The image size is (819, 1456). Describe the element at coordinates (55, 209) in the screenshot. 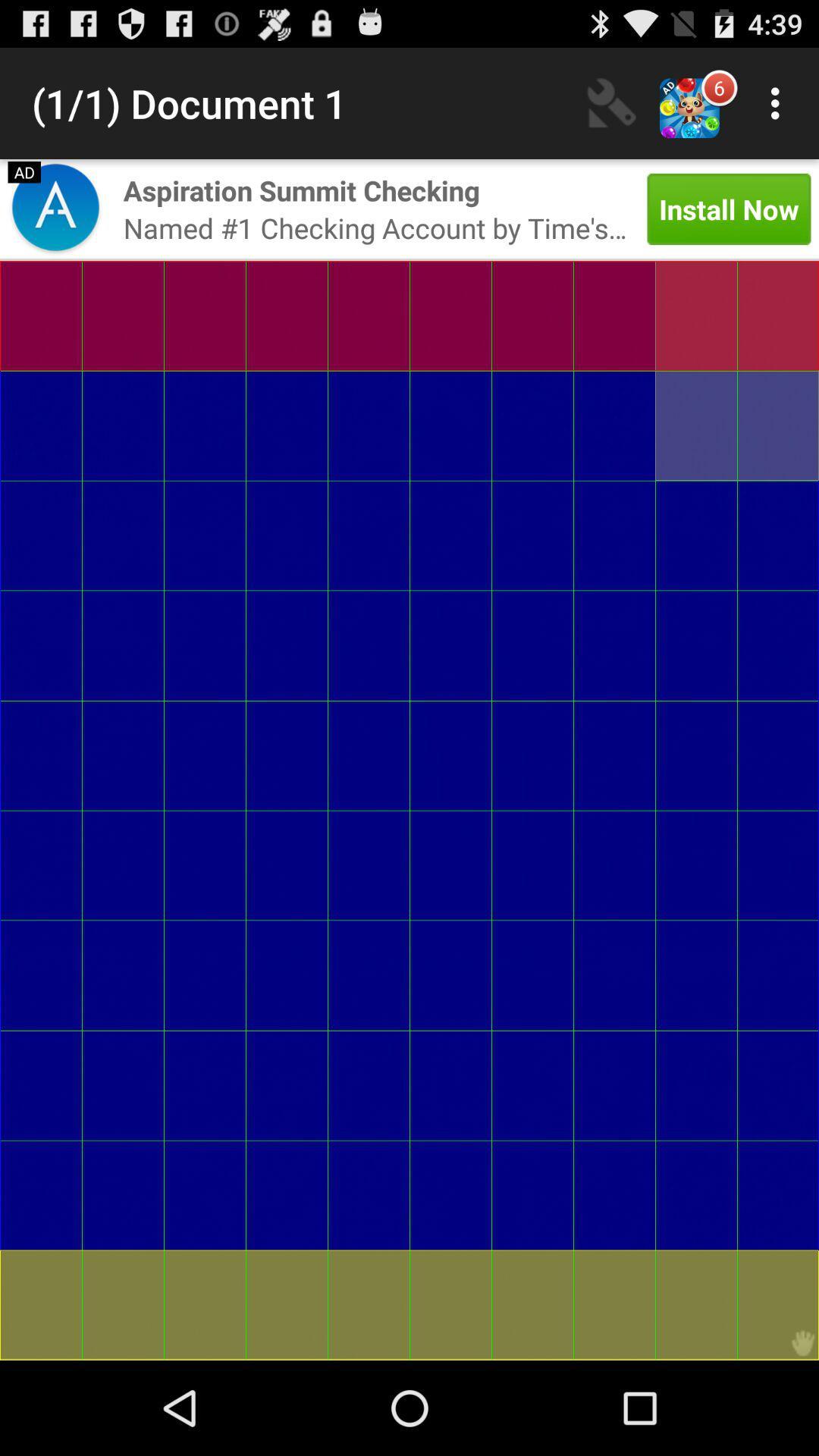

I see `item below 1 1 document` at that location.